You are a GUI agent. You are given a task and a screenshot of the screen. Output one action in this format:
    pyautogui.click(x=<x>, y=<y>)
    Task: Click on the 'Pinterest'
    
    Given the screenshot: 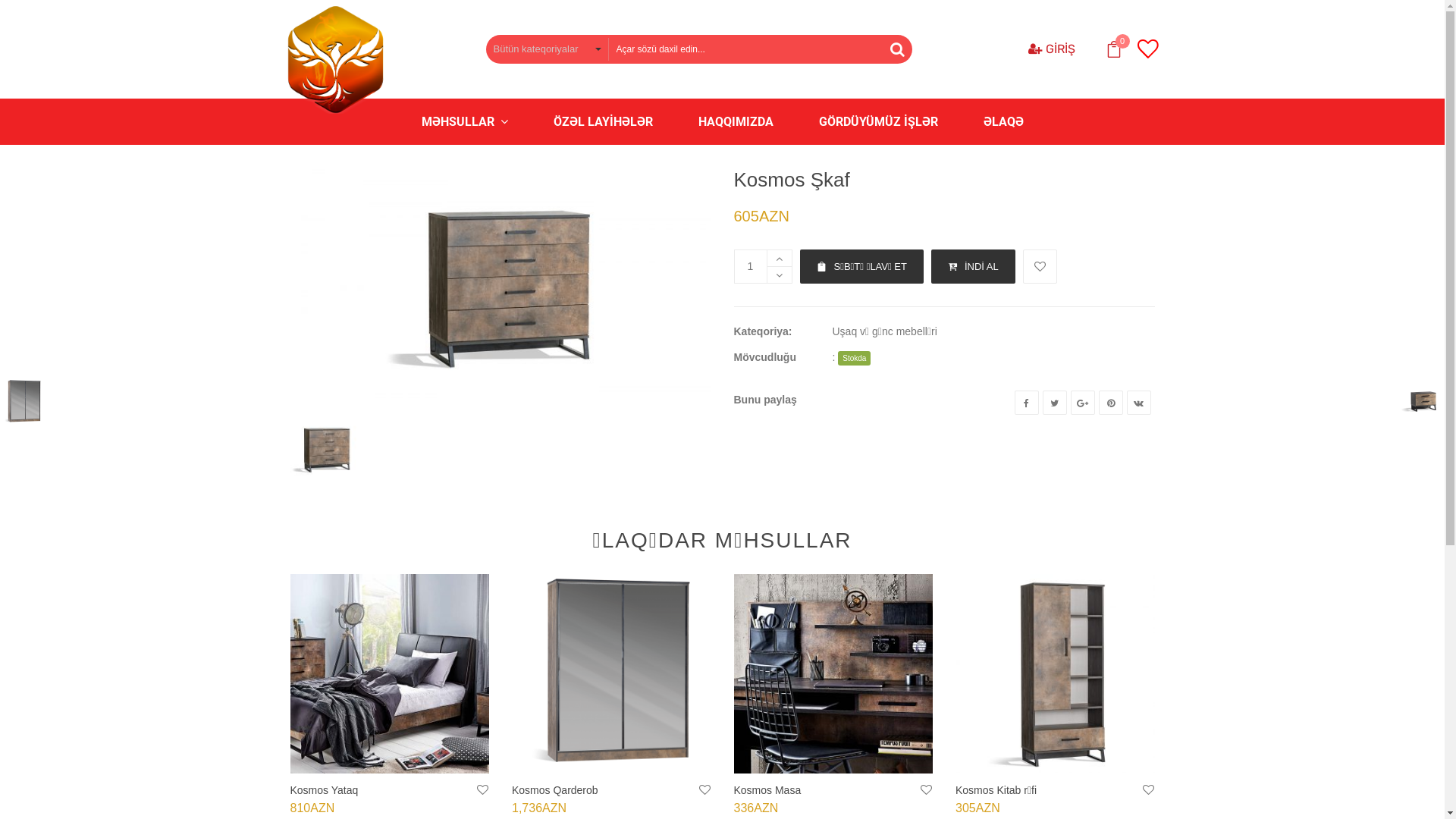 What is the action you would take?
    pyautogui.click(x=1110, y=402)
    